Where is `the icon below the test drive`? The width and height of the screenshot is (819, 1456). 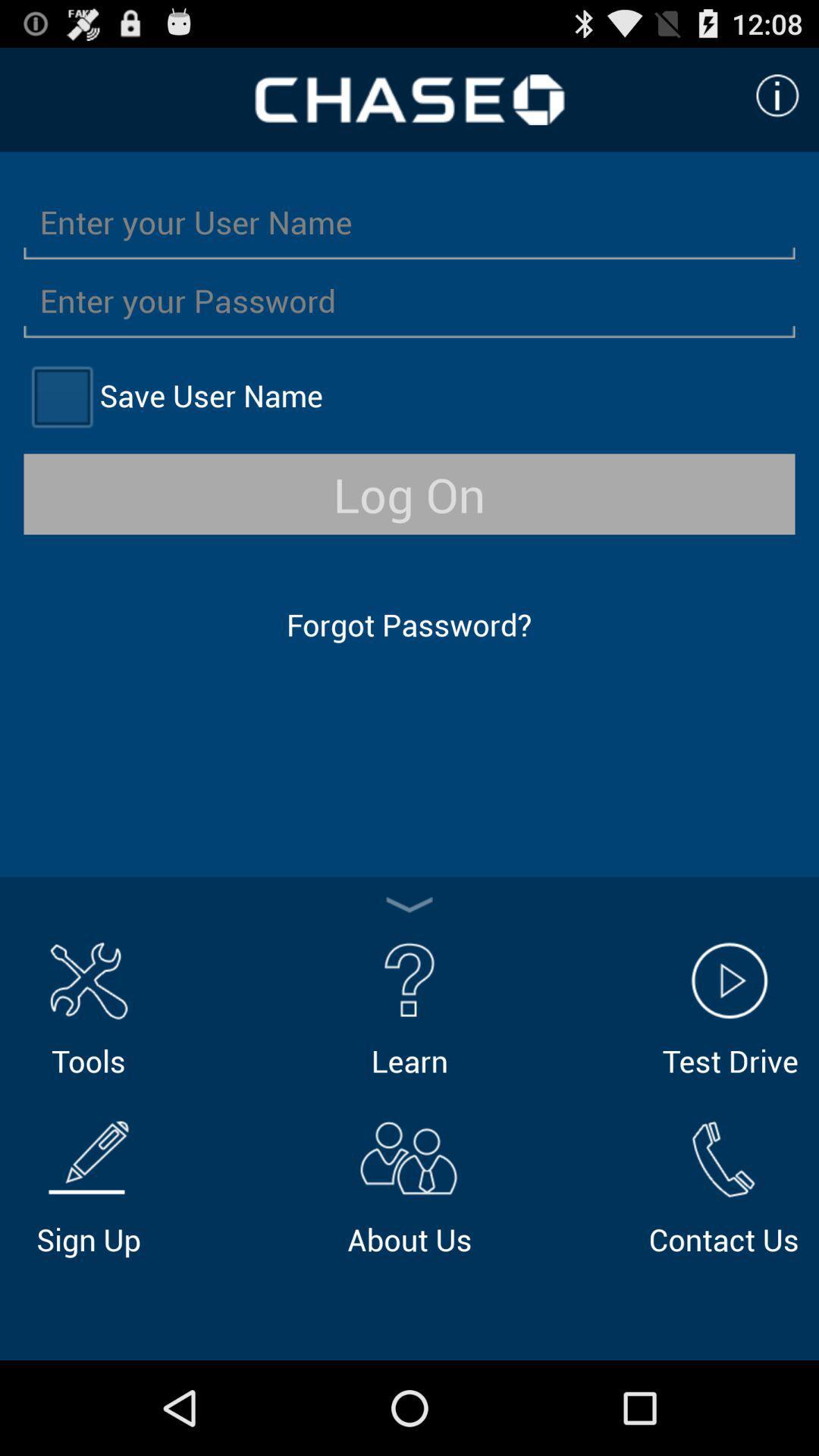 the icon below the test drive is located at coordinates (723, 1185).